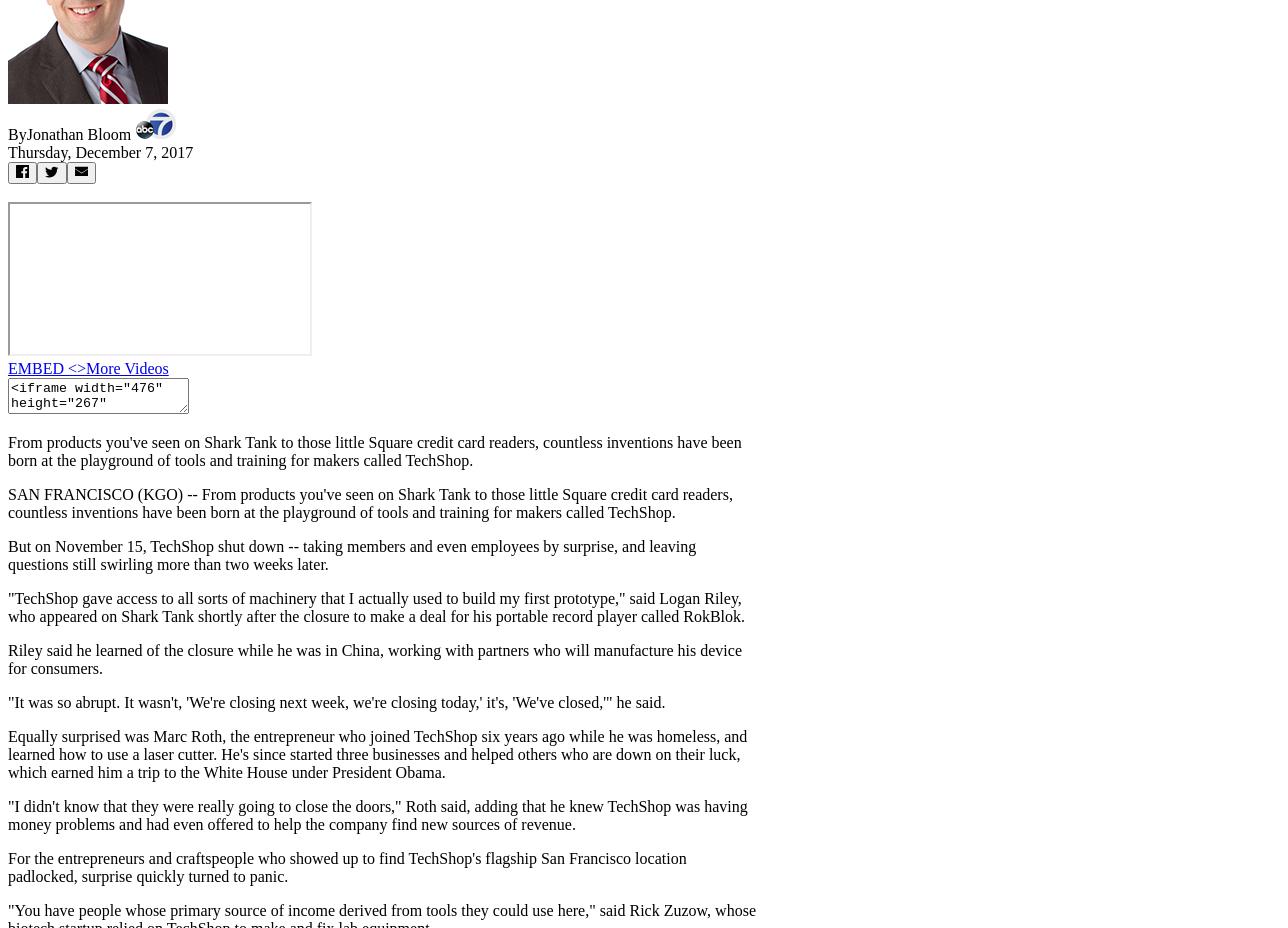 Image resolution: width=1288 pixels, height=928 pixels. Describe the element at coordinates (377, 815) in the screenshot. I see `'"I didn't know that they were really going to close the doors," Roth said, adding that he knew TechShop was having money problems and had even offered to help the company find new sources of revenue.'` at that location.